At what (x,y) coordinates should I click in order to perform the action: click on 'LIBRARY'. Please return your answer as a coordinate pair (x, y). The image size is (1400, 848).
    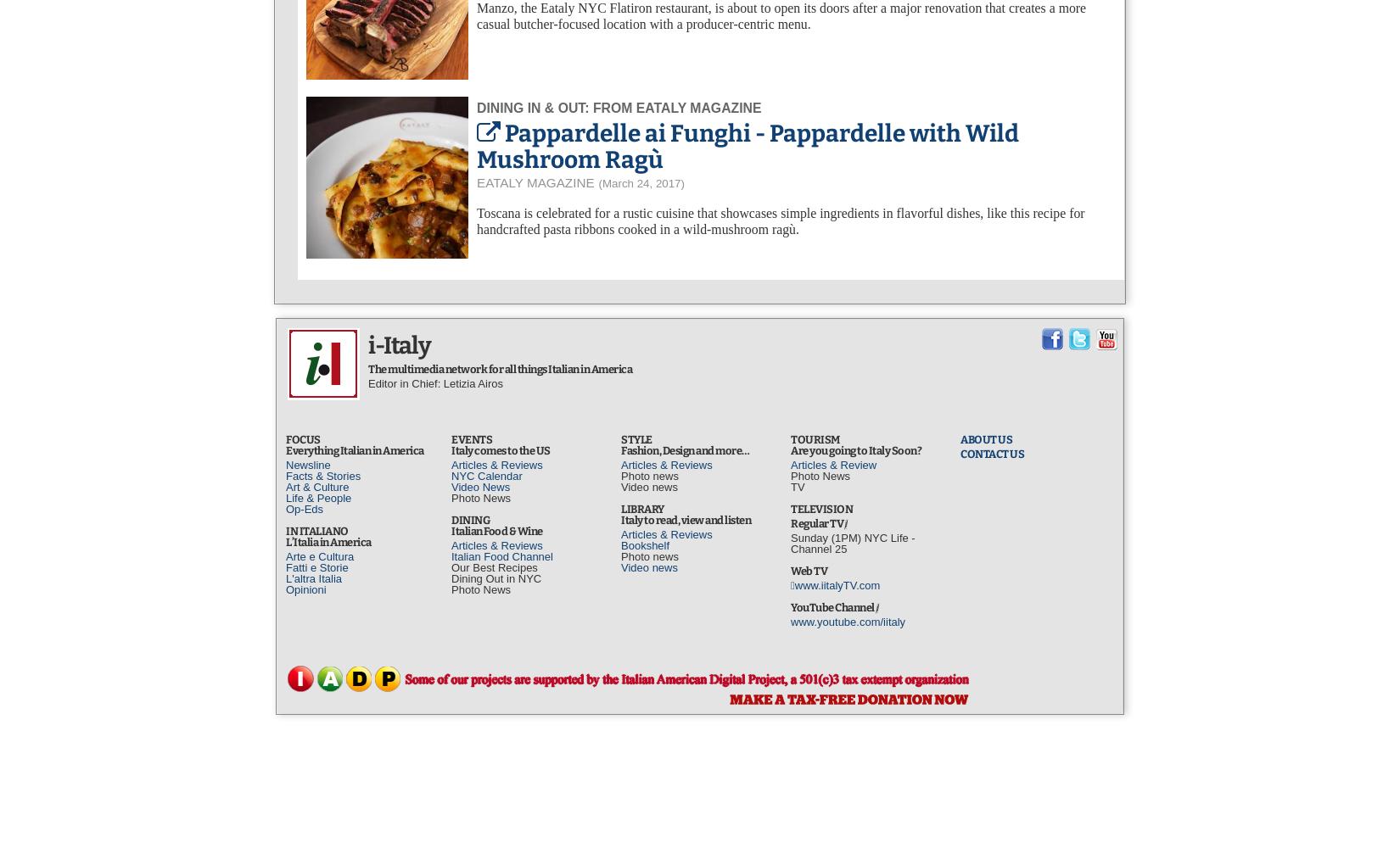
    Looking at the image, I should click on (641, 507).